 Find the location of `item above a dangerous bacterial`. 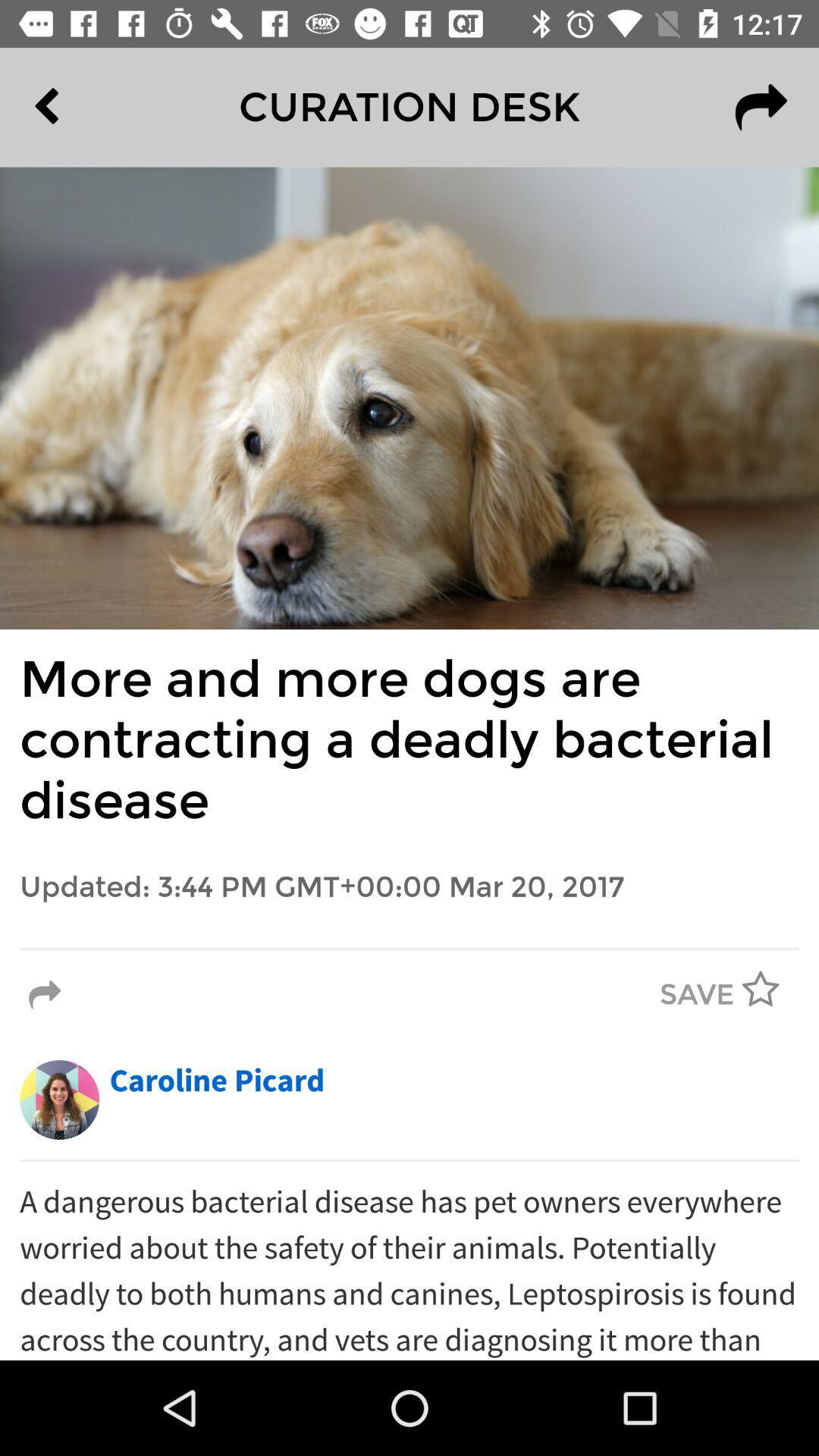

item above a dangerous bacterial is located at coordinates (409, 1159).